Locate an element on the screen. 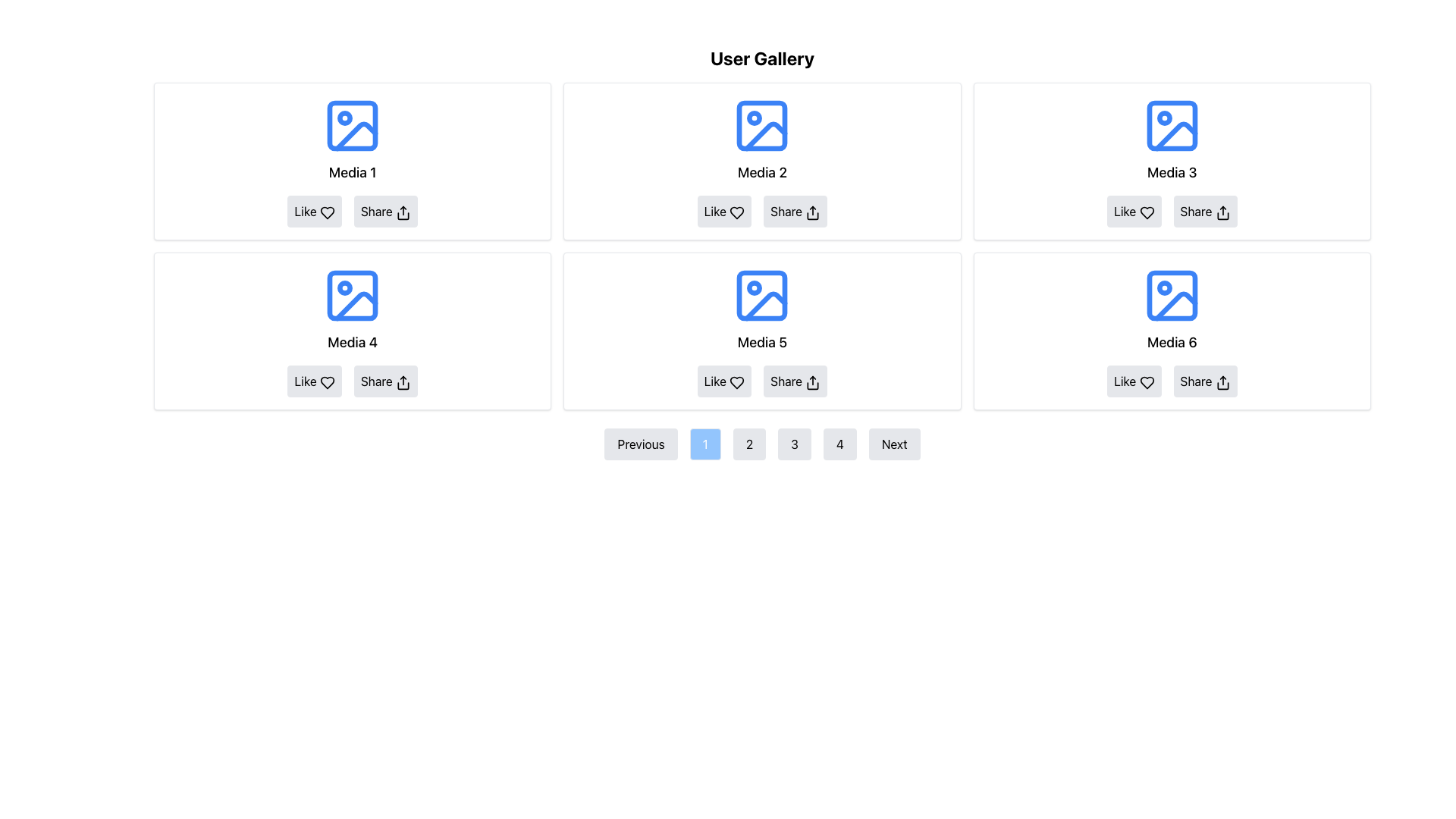 The image size is (1456, 819). the SVG rounded rectangle that enhances the aesthetics of the 'Media 5' image icon, located in the central region of the icon in the second row, central column is located at coordinates (762, 295).